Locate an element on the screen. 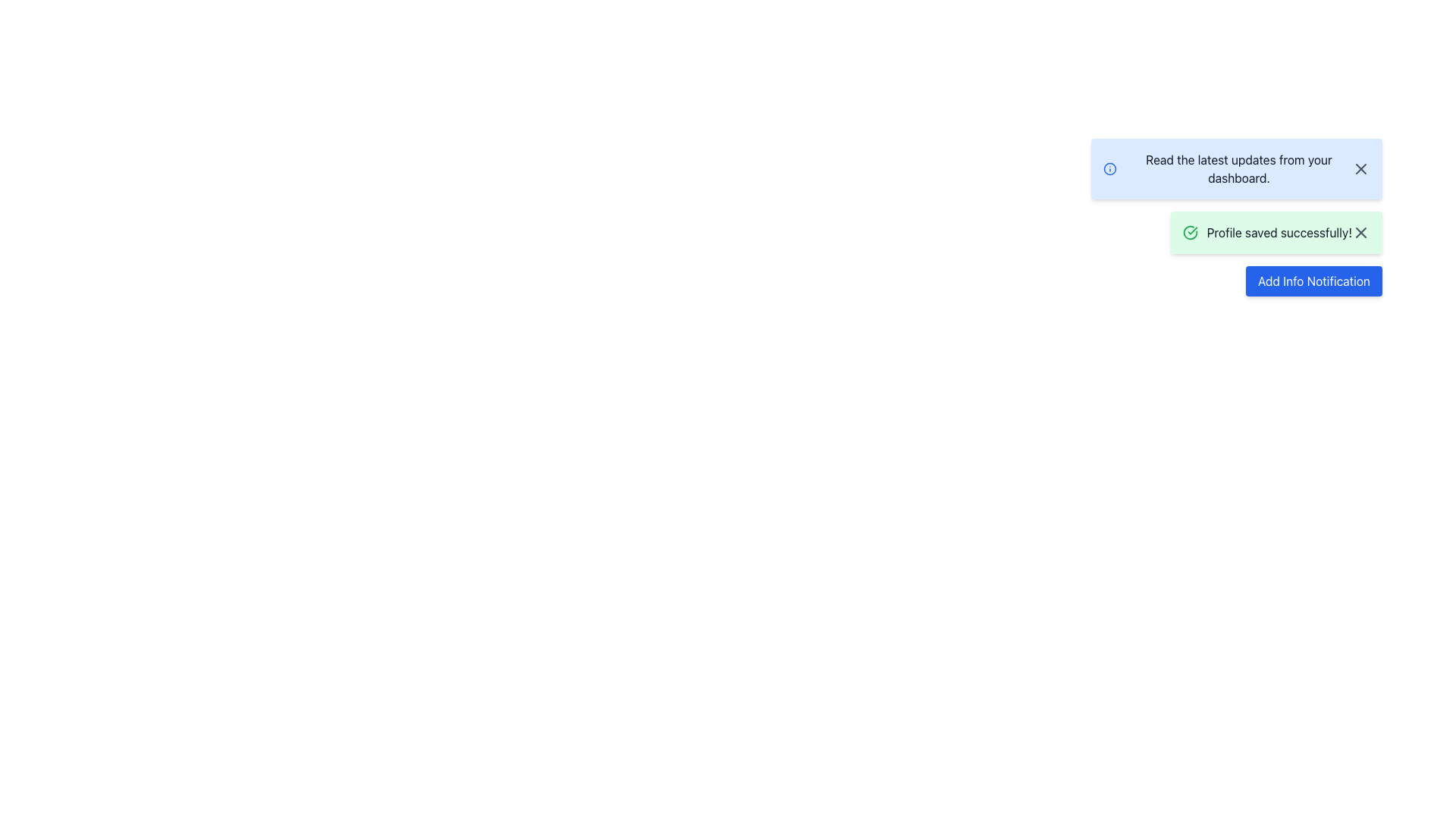 The height and width of the screenshot is (819, 1456). text '[Read the latest updates from your dashboard.]' displayed in the light blue notification box is located at coordinates (1238, 169).